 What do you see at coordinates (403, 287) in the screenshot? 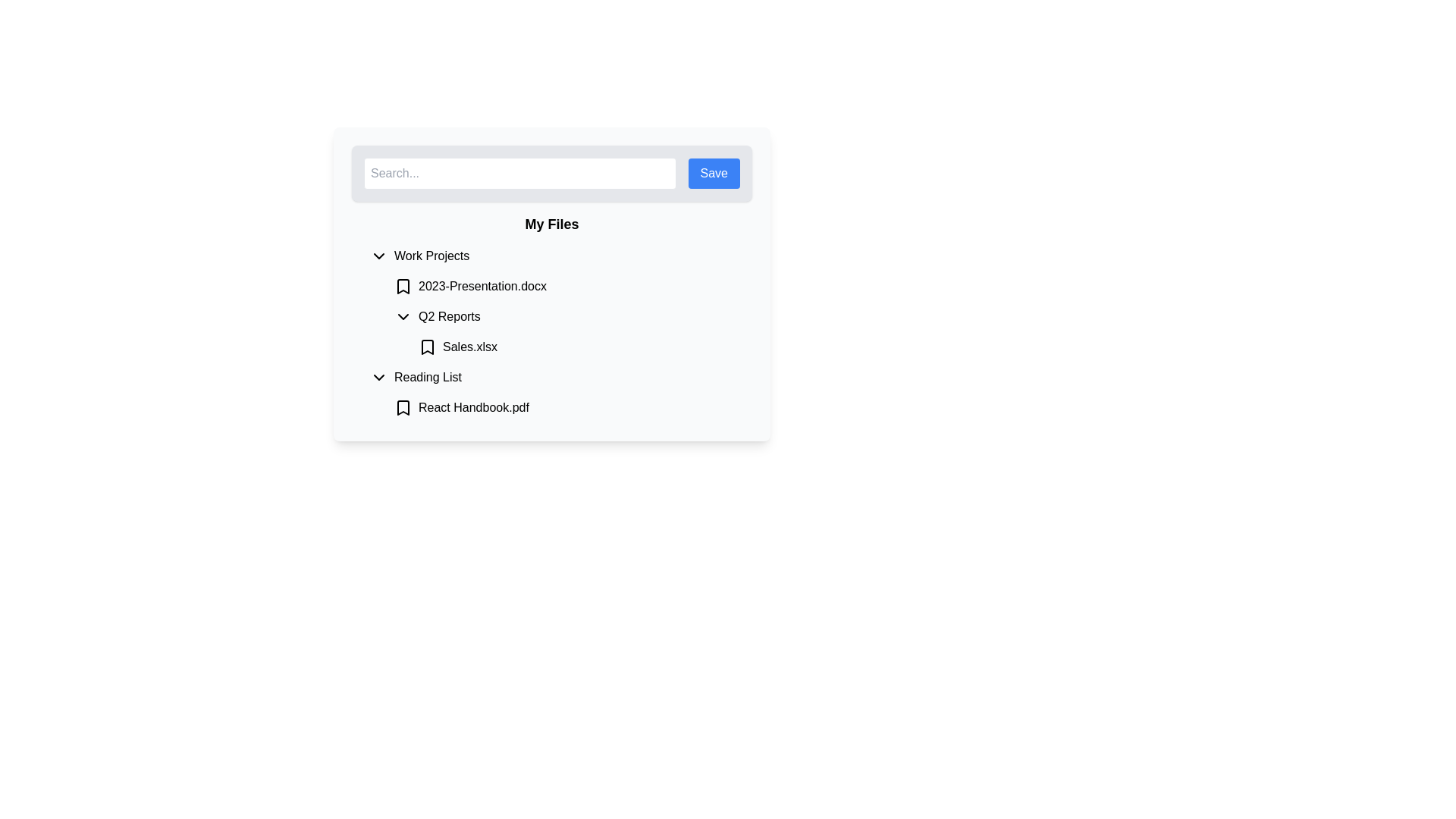
I see `the black bookmark icon located to the left of the '2023-Presentation.docx' label in the 'My Files' section to mark the document` at bounding box center [403, 287].